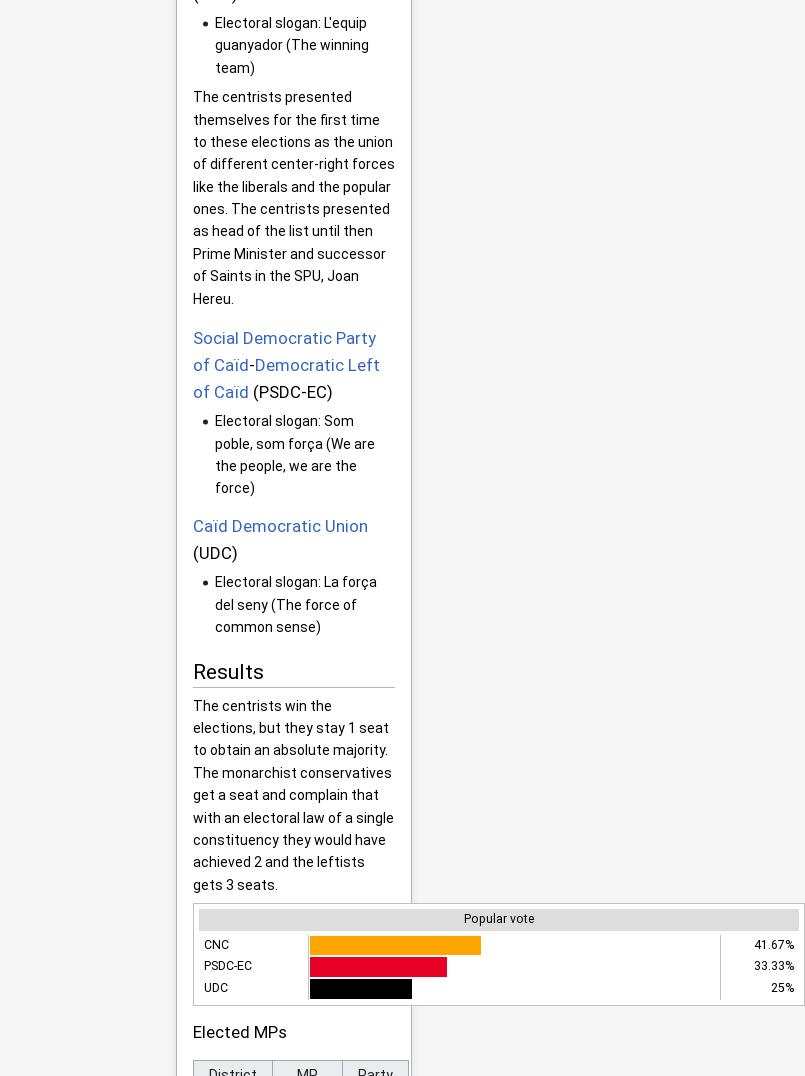  I want to click on 'CNC', so click(214, 943).